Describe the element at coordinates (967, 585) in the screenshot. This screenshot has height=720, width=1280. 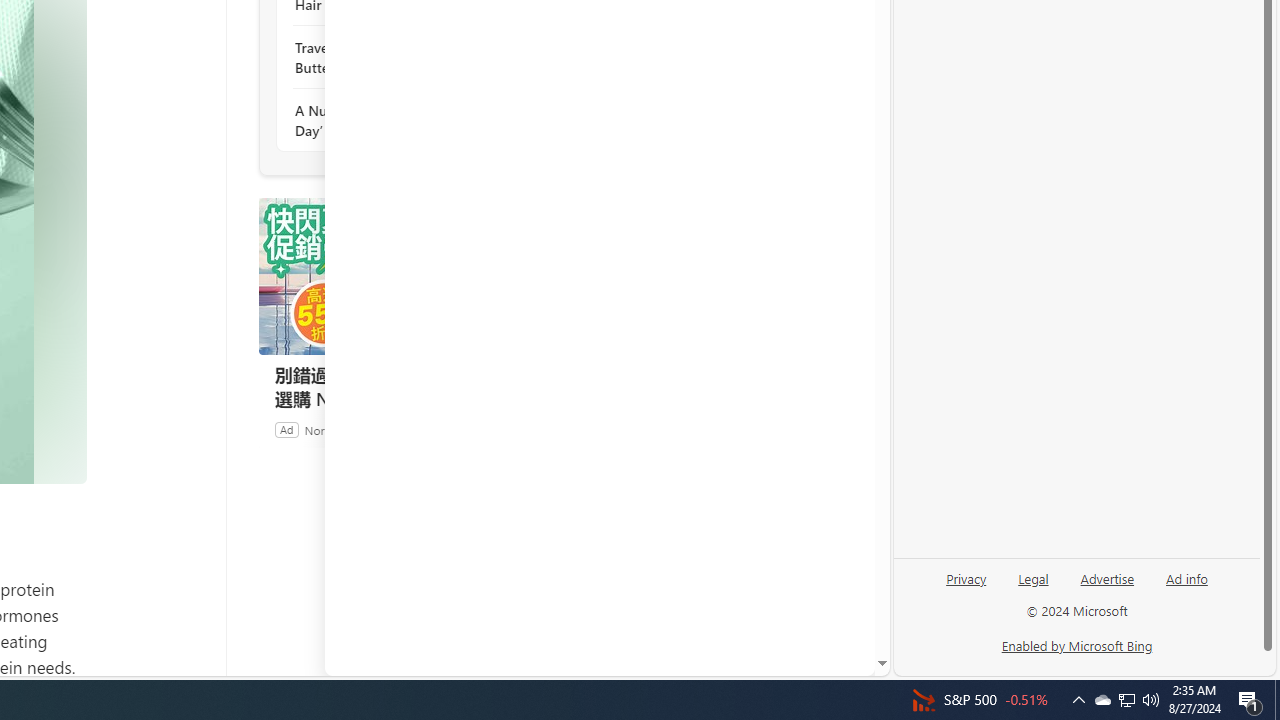
I see `'Privacy'` at that location.